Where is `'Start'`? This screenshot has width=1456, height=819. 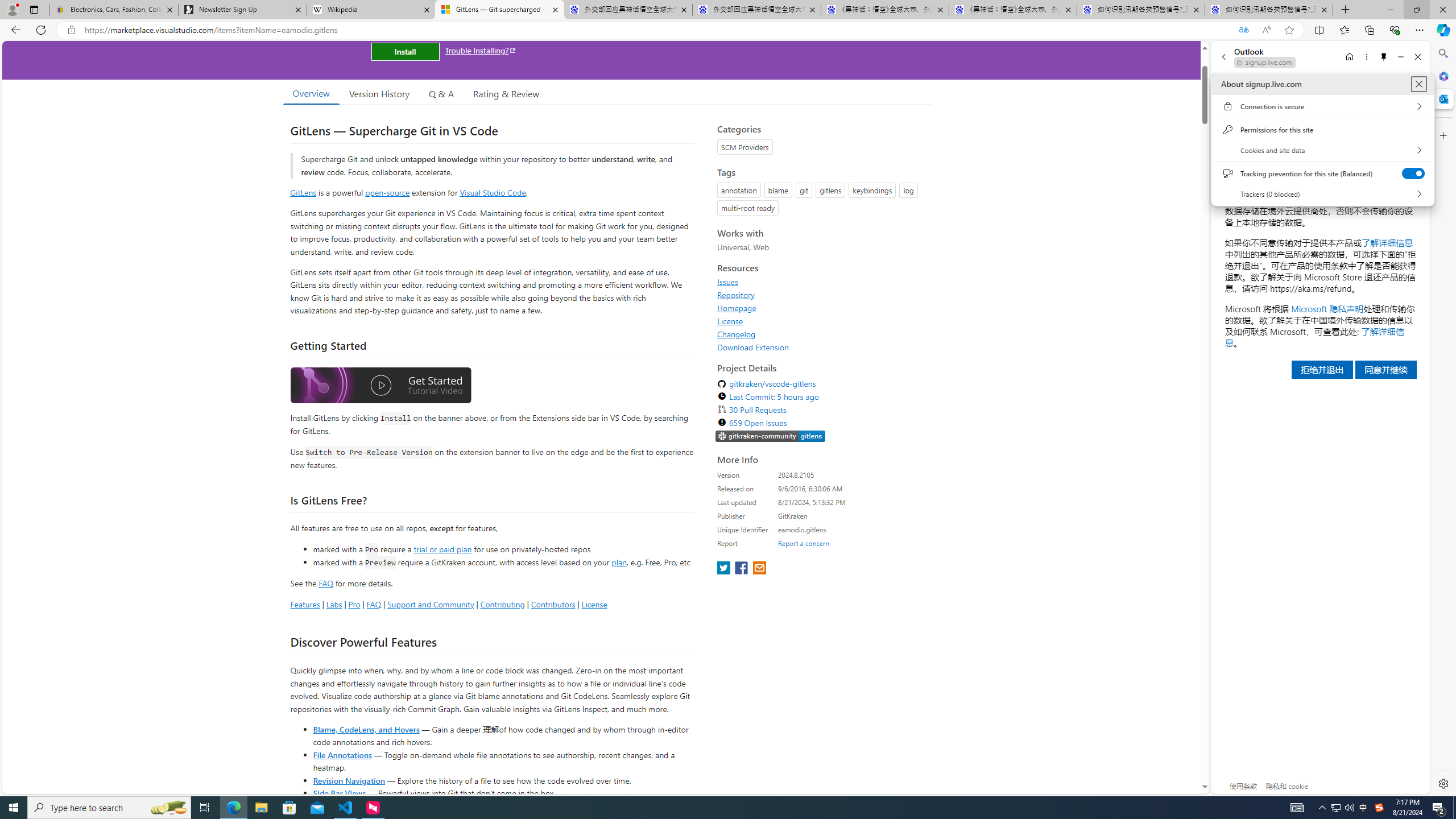 'Start' is located at coordinates (14, 806).